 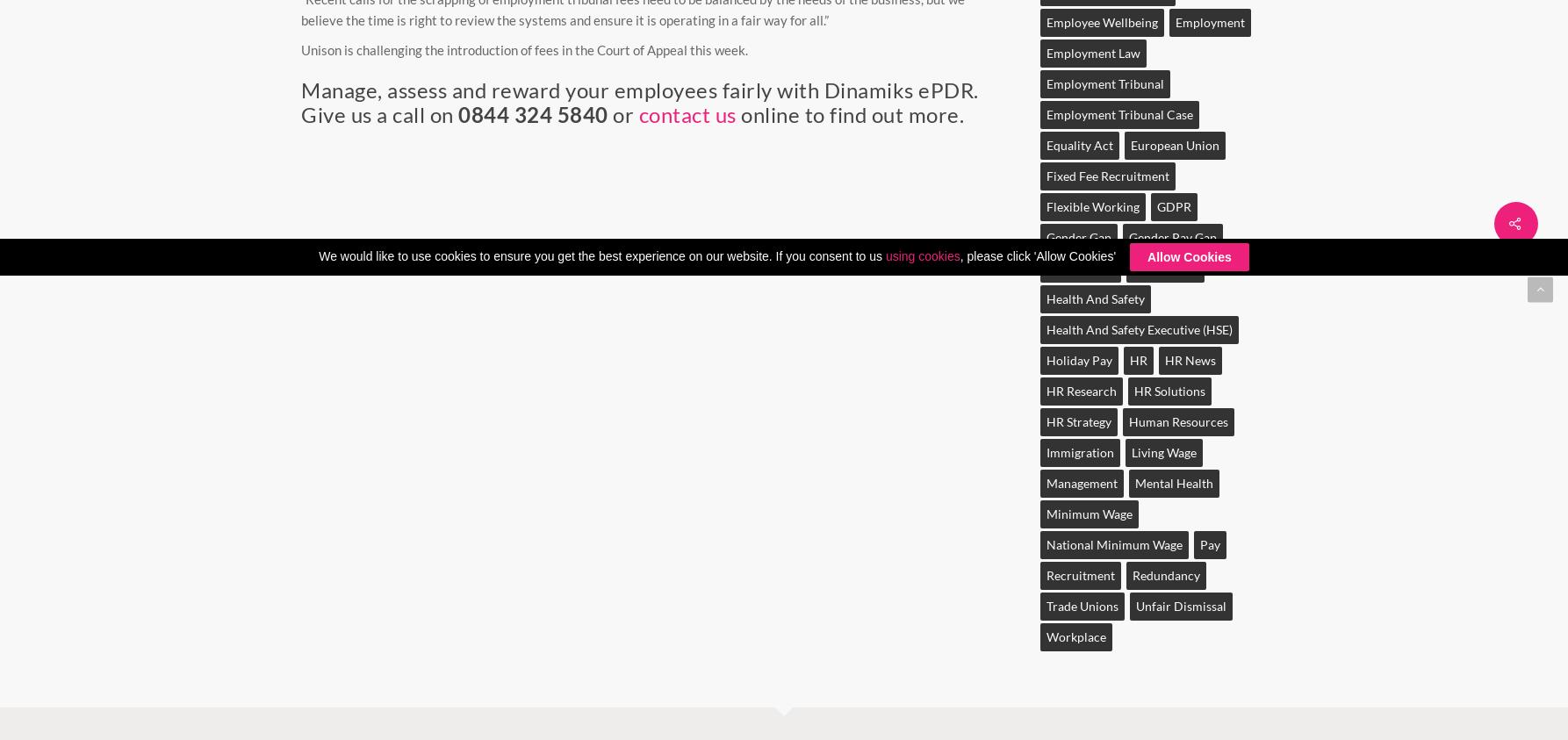 What do you see at coordinates (1078, 145) in the screenshot?
I see `'Equality Act'` at bounding box center [1078, 145].